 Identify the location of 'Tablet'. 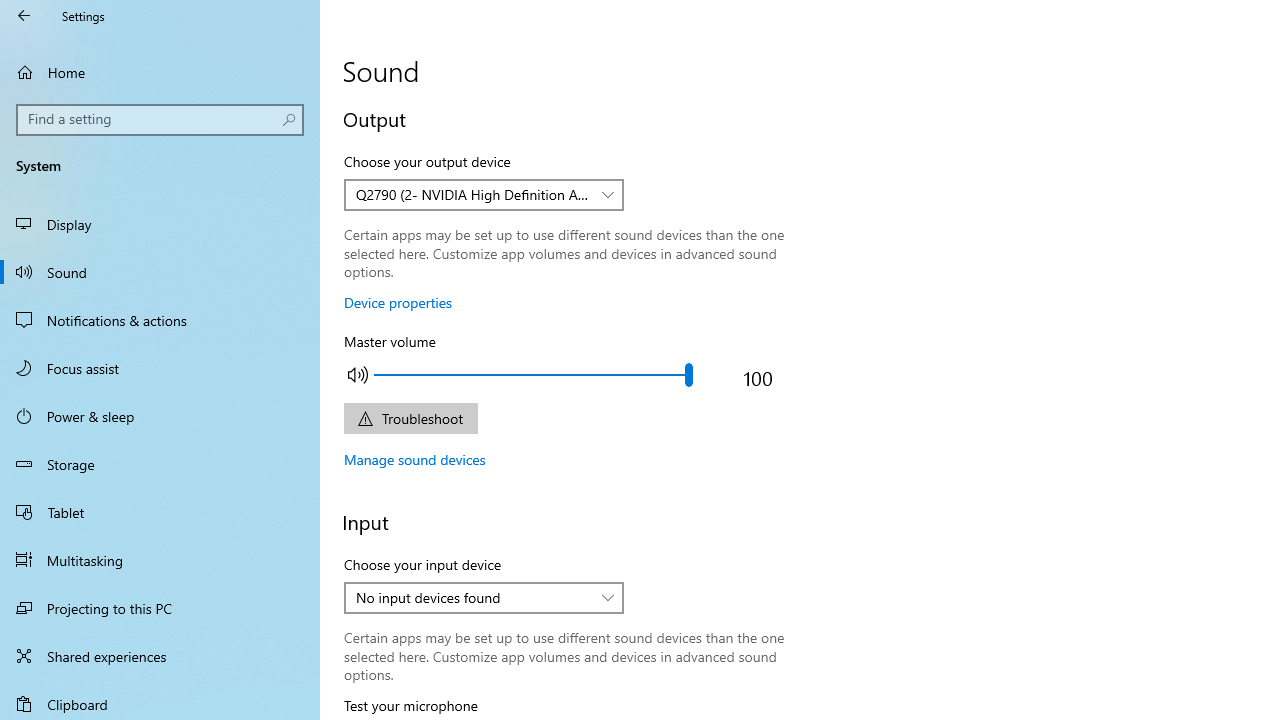
(160, 510).